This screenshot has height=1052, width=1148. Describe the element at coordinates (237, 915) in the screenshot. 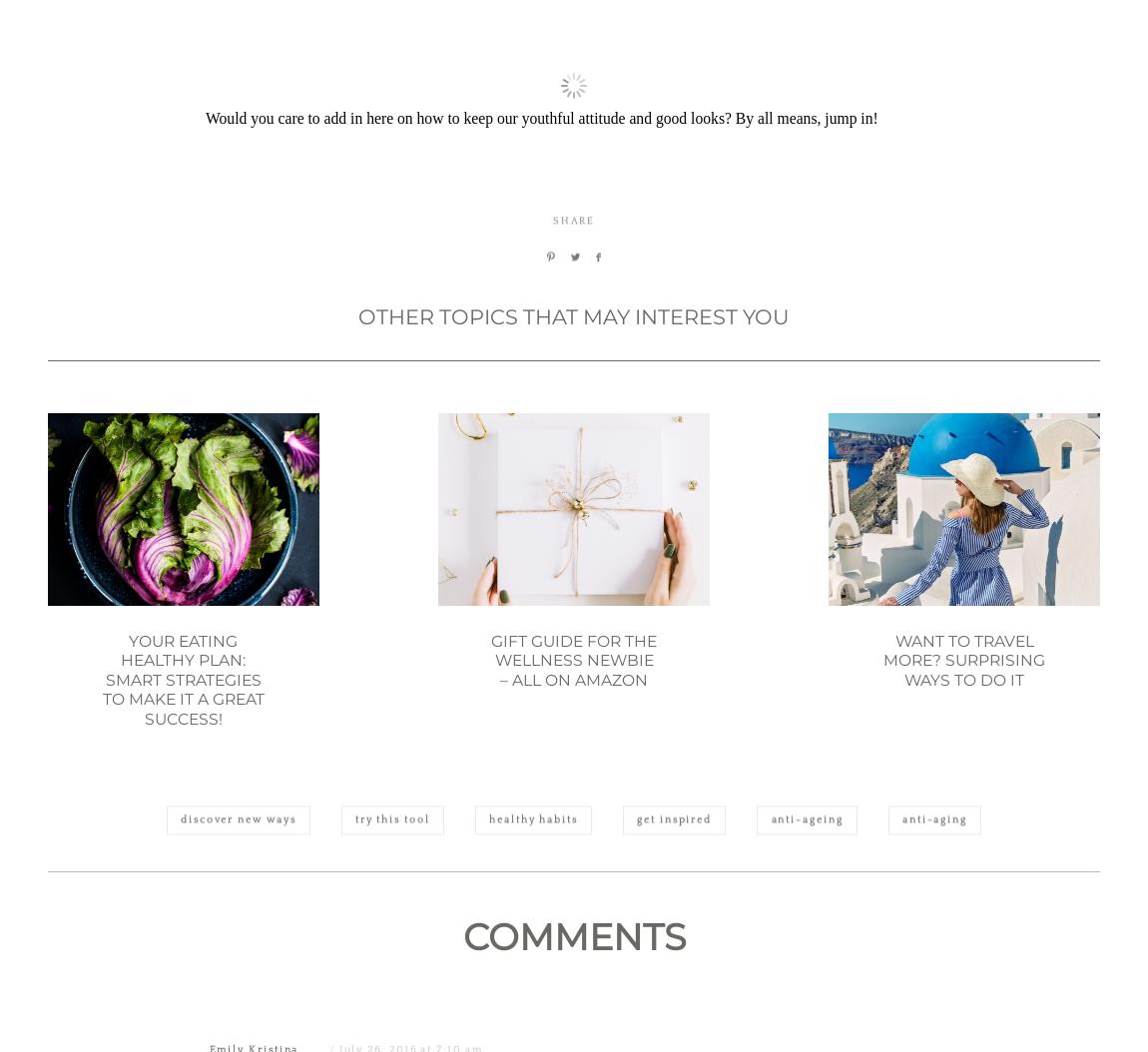

I see `'discover new ways'` at that location.